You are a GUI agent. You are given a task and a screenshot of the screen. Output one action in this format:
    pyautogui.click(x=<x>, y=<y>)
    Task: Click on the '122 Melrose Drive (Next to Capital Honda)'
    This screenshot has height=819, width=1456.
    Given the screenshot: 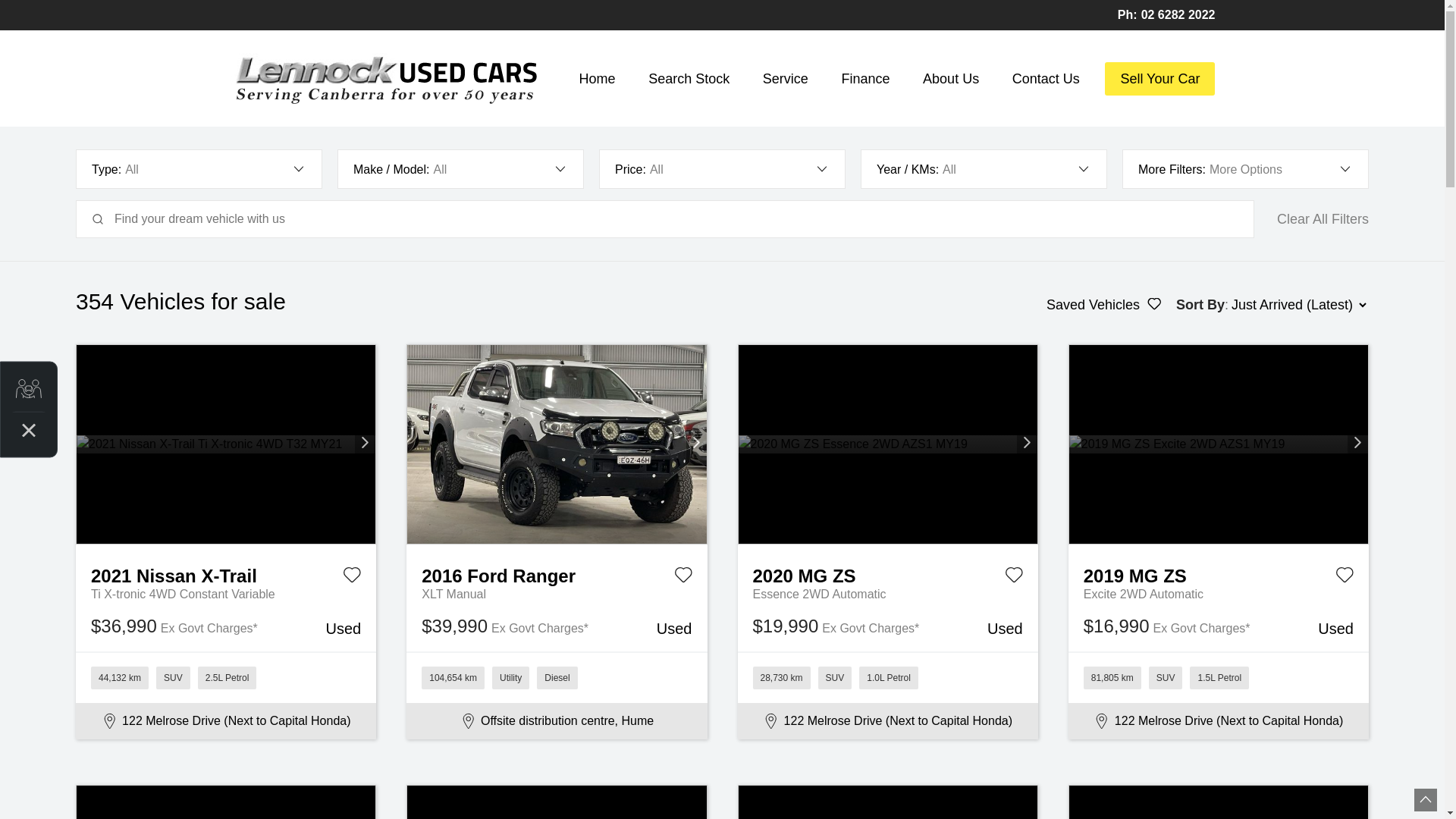 What is the action you would take?
    pyautogui.click(x=224, y=720)
    